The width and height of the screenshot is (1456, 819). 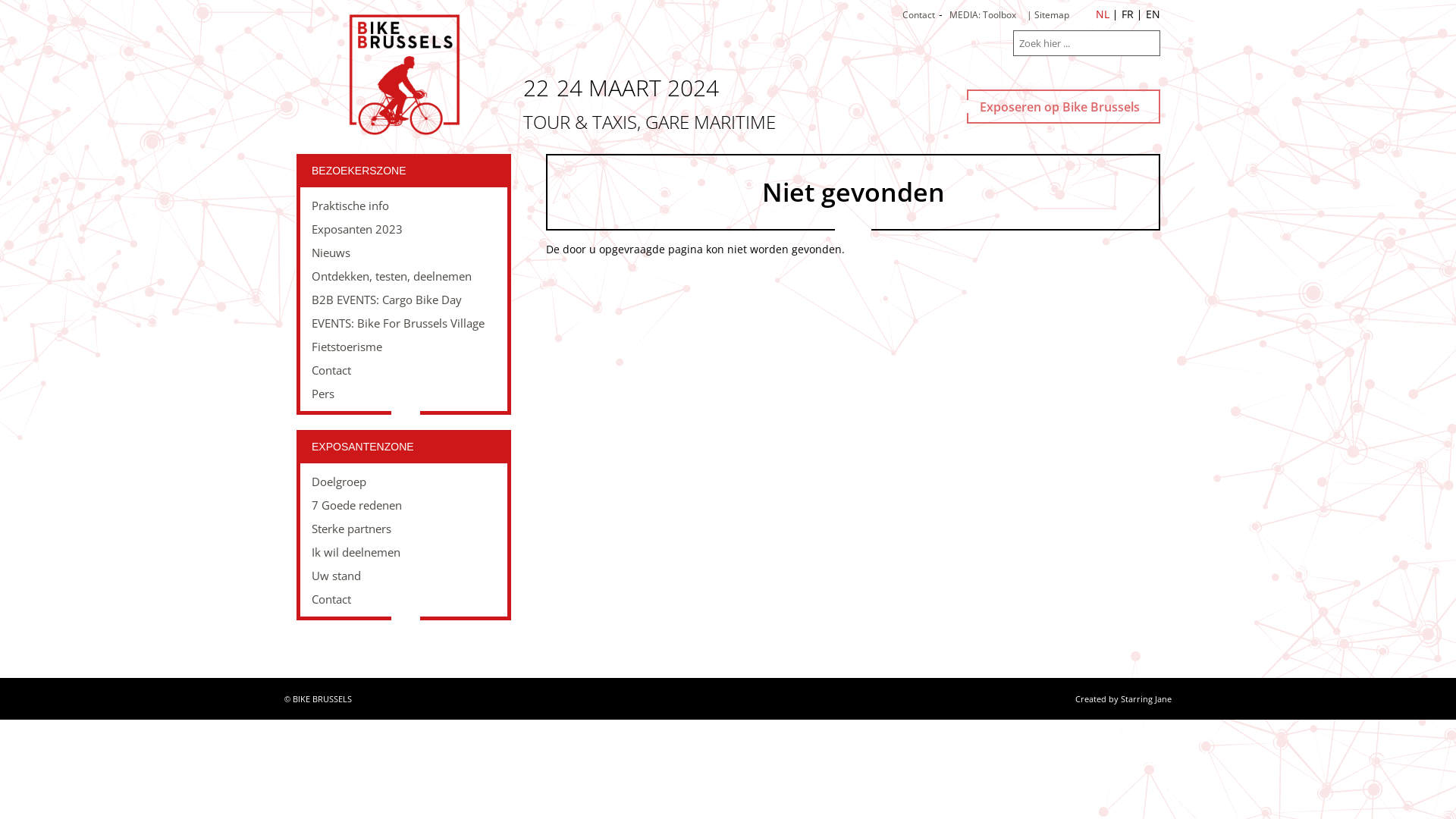 What do you see at coordinates (403, 482) in the screenshot?
I see `'Doelgroep'` at bounding box center [403, 482].